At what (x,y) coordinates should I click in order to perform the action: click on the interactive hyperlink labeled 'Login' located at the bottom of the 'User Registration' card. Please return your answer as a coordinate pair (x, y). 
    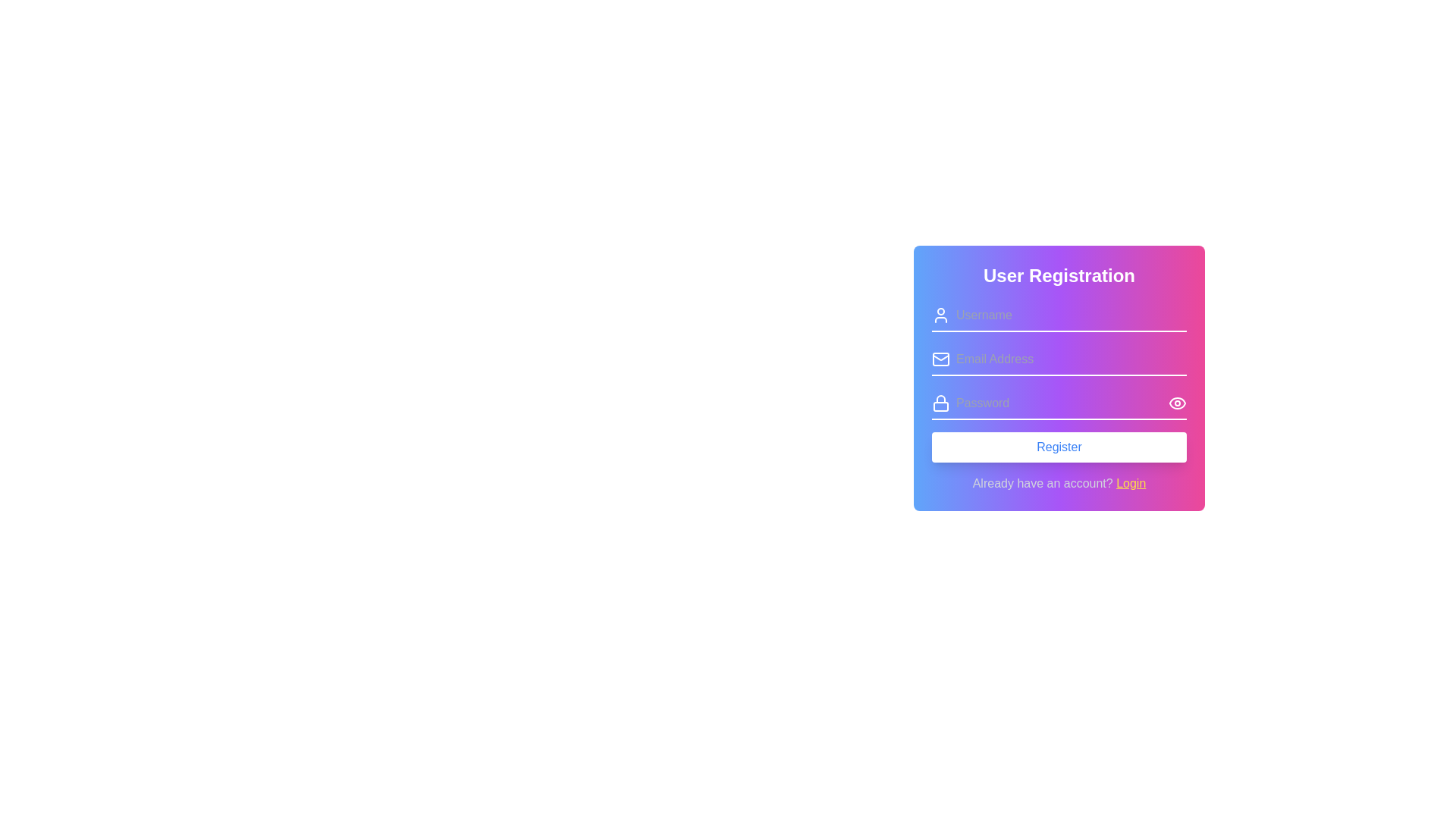
    Looking at the image, I should click on (1058, 483).